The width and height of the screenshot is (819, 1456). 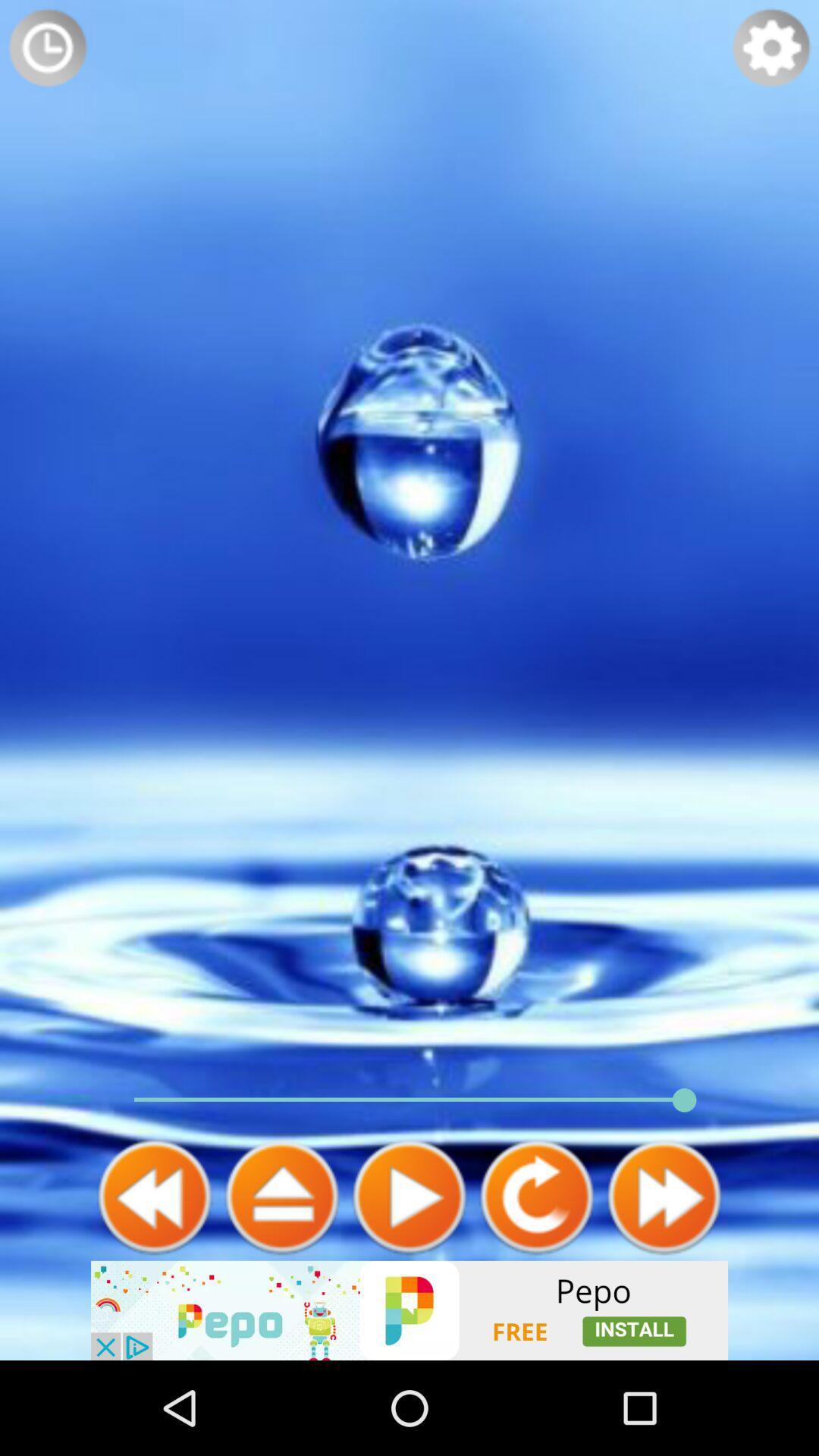 What do you see at coordinates (771, 47) in the screenshot?
I see `settings button` at bounding box center [771, 47].